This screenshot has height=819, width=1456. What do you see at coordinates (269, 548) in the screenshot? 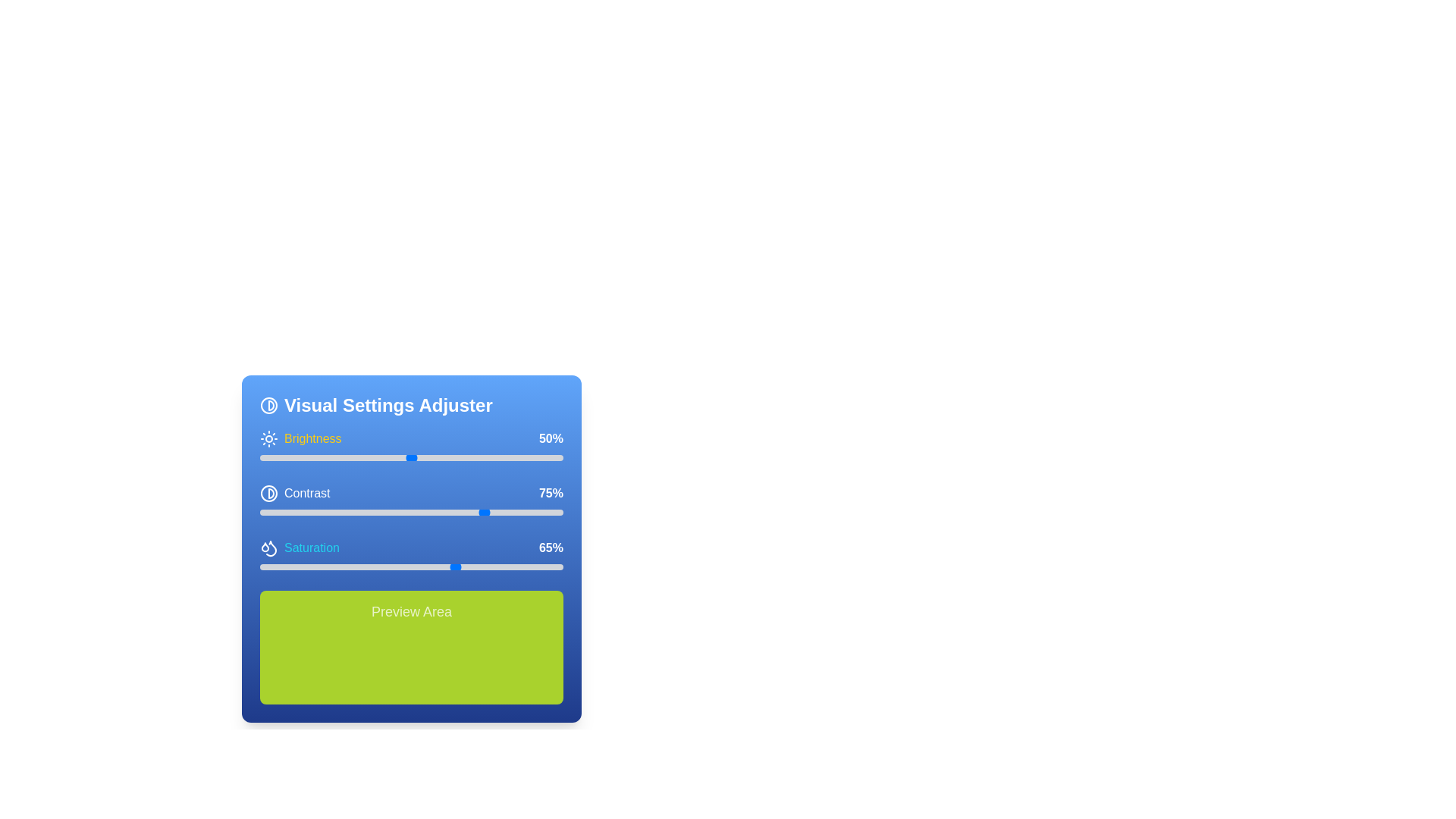
I see `the blue droplet icon in the 'Saturation' section, which is located directly to the left of the 'Saturation' text label` at bounding box center [269, 548].